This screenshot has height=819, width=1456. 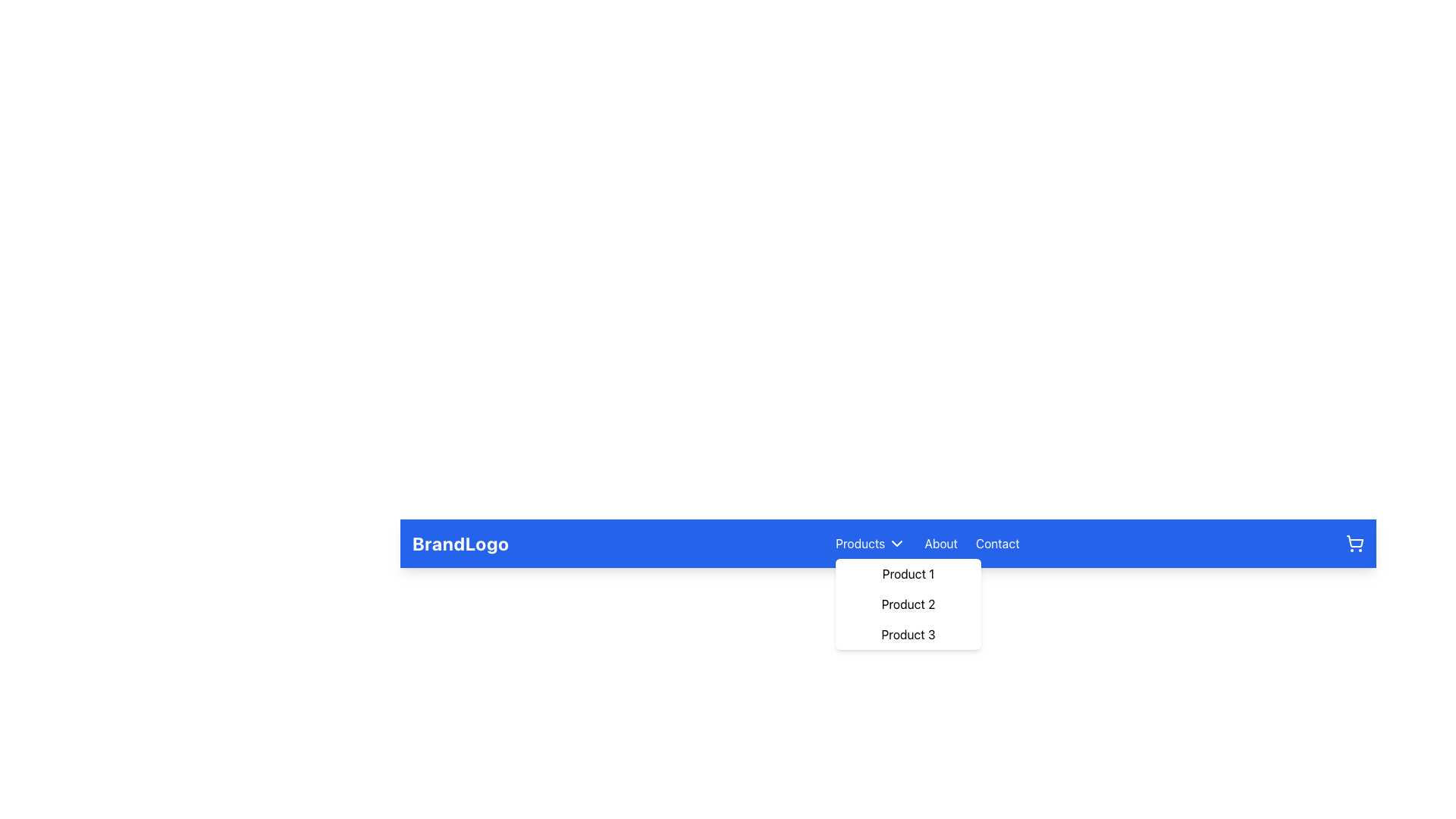 I want to click on the brand logo located on the left side of the blue navigation bar, so click(x=460, y=543).